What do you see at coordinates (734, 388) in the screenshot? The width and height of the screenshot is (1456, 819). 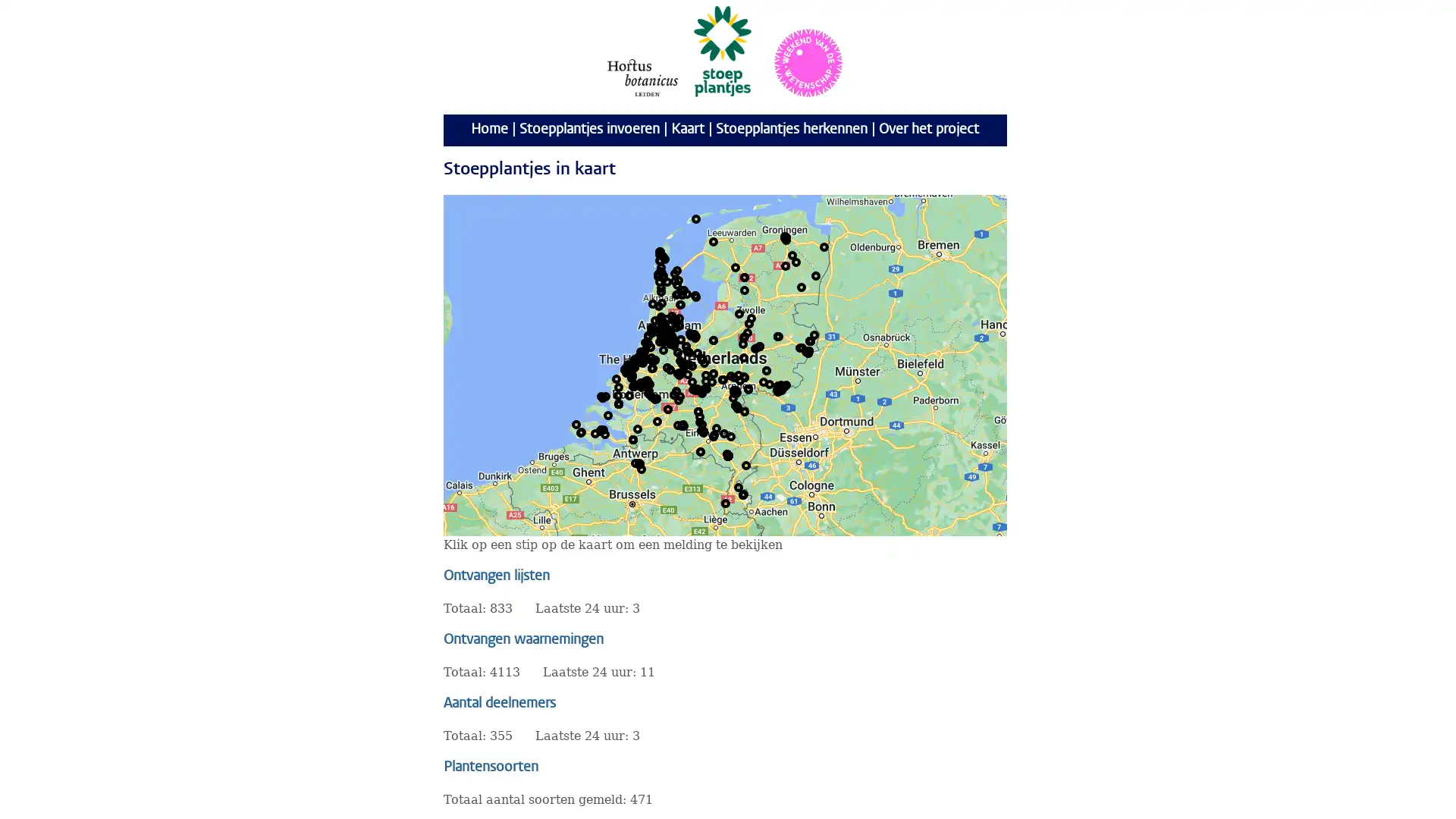 I see `Telling van Julia op 15 oktober 2021` at bounding box center [734, 388].